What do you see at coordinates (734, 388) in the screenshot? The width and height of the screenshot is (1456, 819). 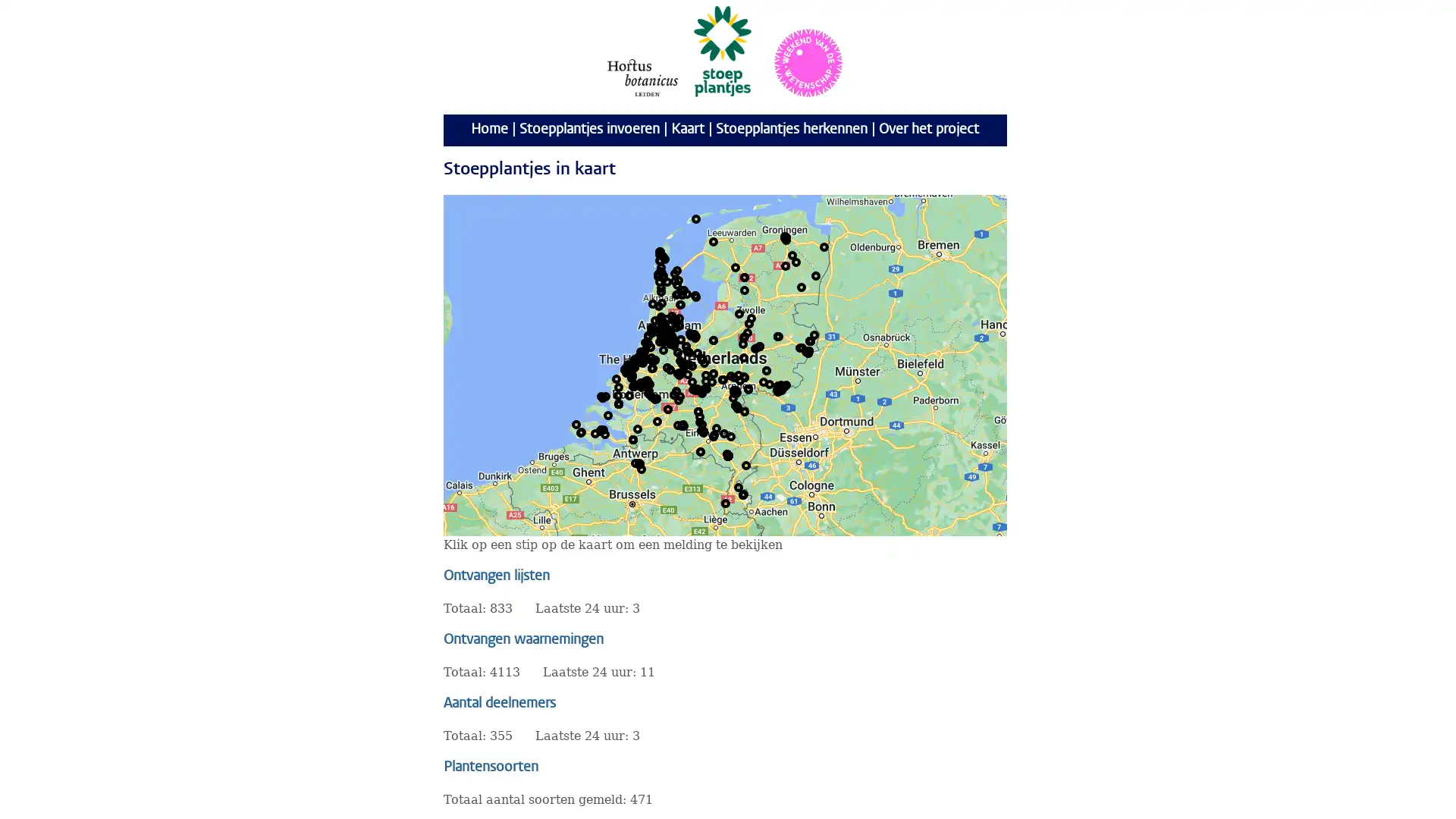 I see `Telling van Julia op 15 oktober 2021` at bounding box center [734, 388].